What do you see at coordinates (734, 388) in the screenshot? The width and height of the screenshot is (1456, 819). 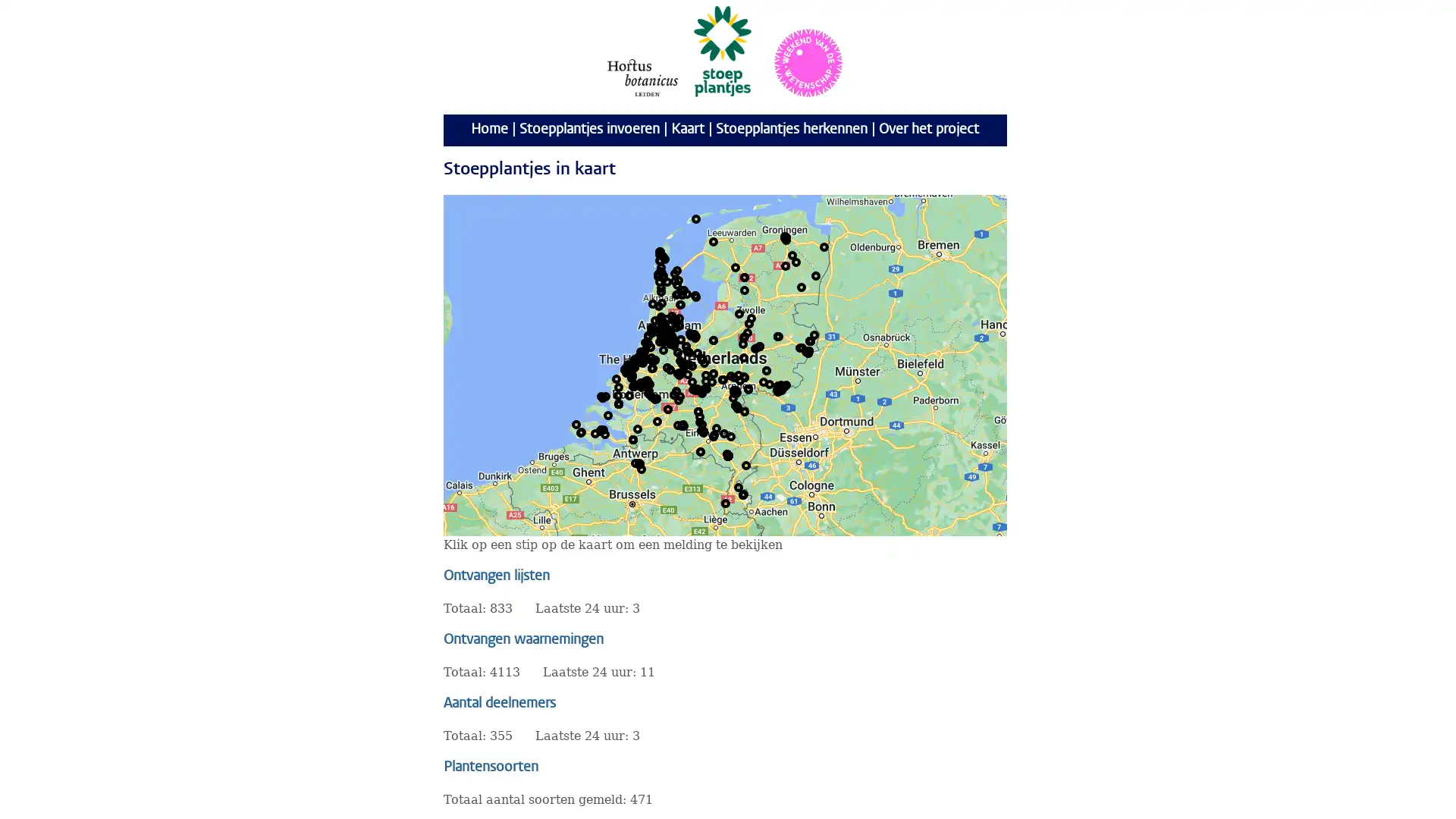 I see `Telling van Julia op 15 oktober 2021` at bounding box center [734, 388].